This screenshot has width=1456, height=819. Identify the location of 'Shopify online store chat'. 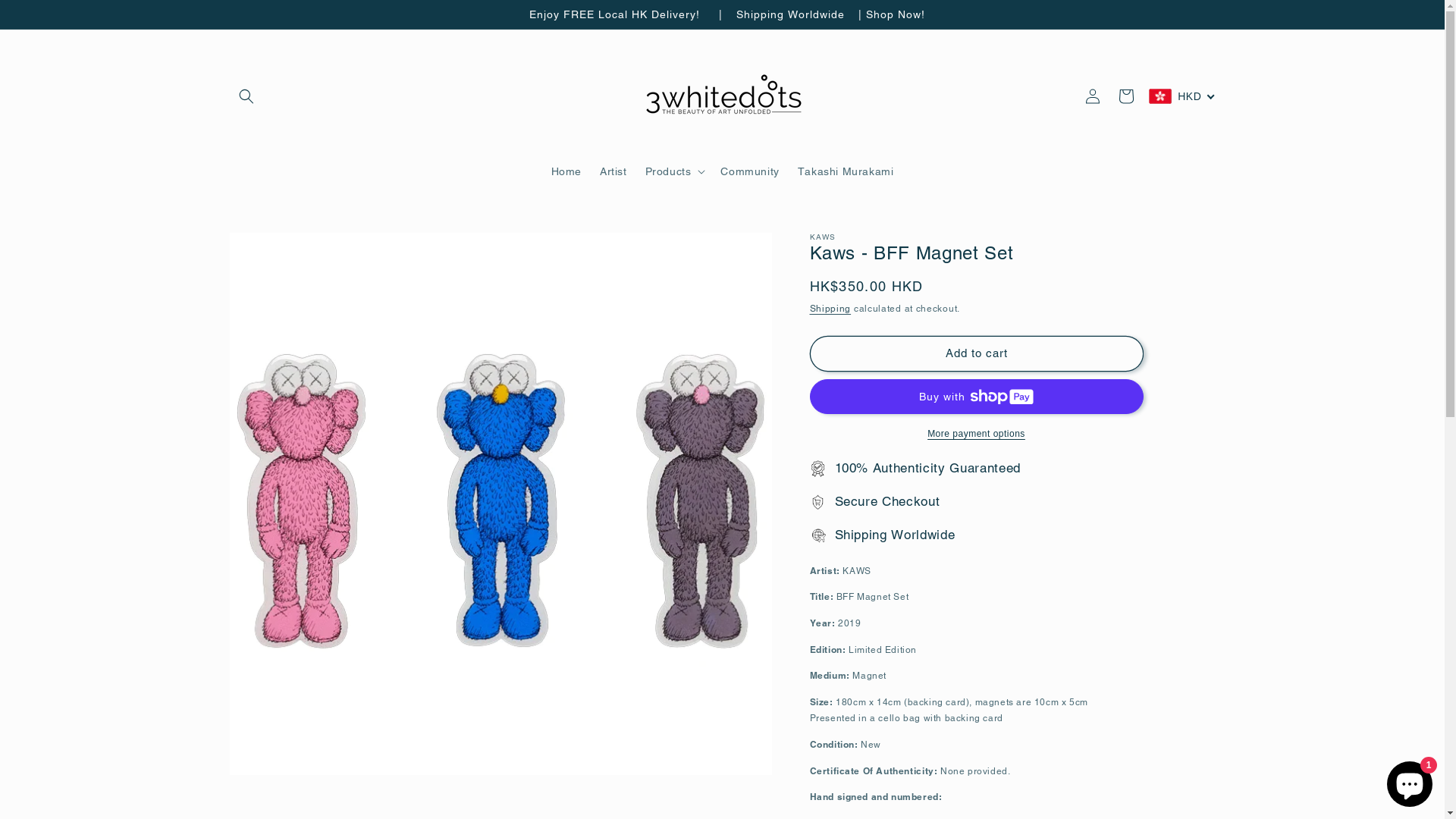
(1408, 780).